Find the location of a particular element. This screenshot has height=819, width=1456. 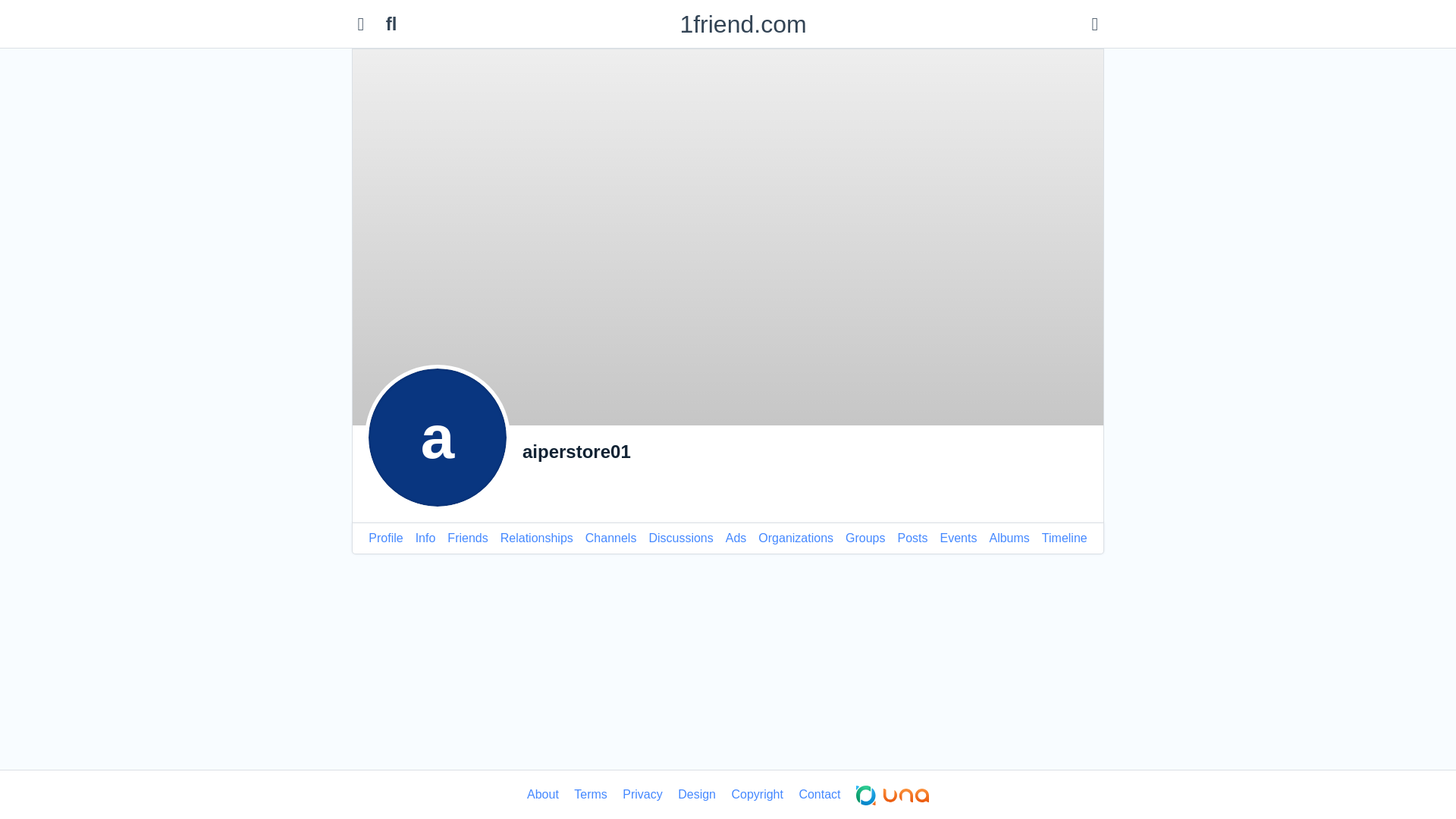

'Powered by UNA Community Management System' is located at coordinates (892, 795).